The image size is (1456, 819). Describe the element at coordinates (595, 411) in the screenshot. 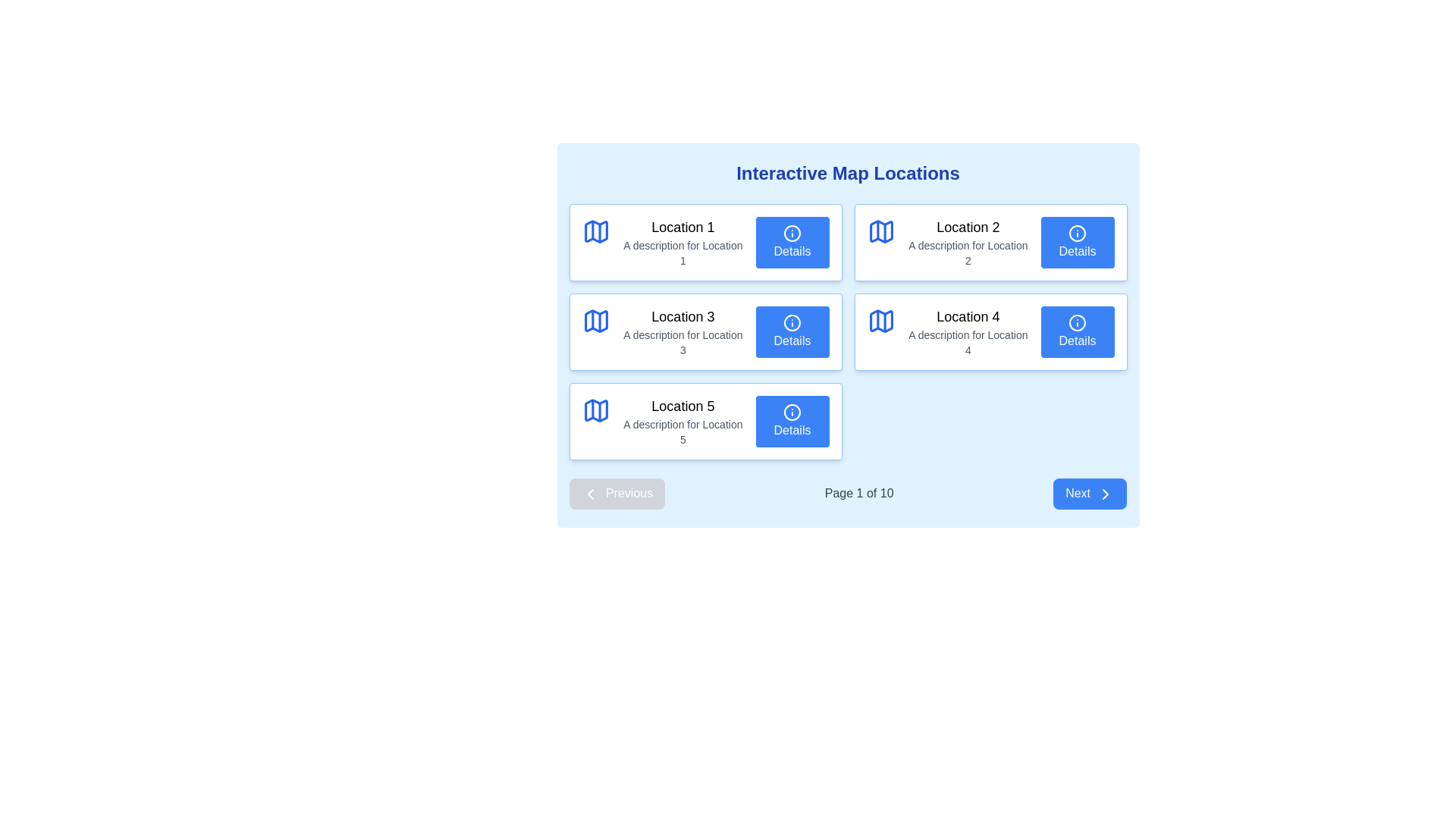

I see `the icon representing 'Location 5' in the bottom-left corner of the grid` at that location.